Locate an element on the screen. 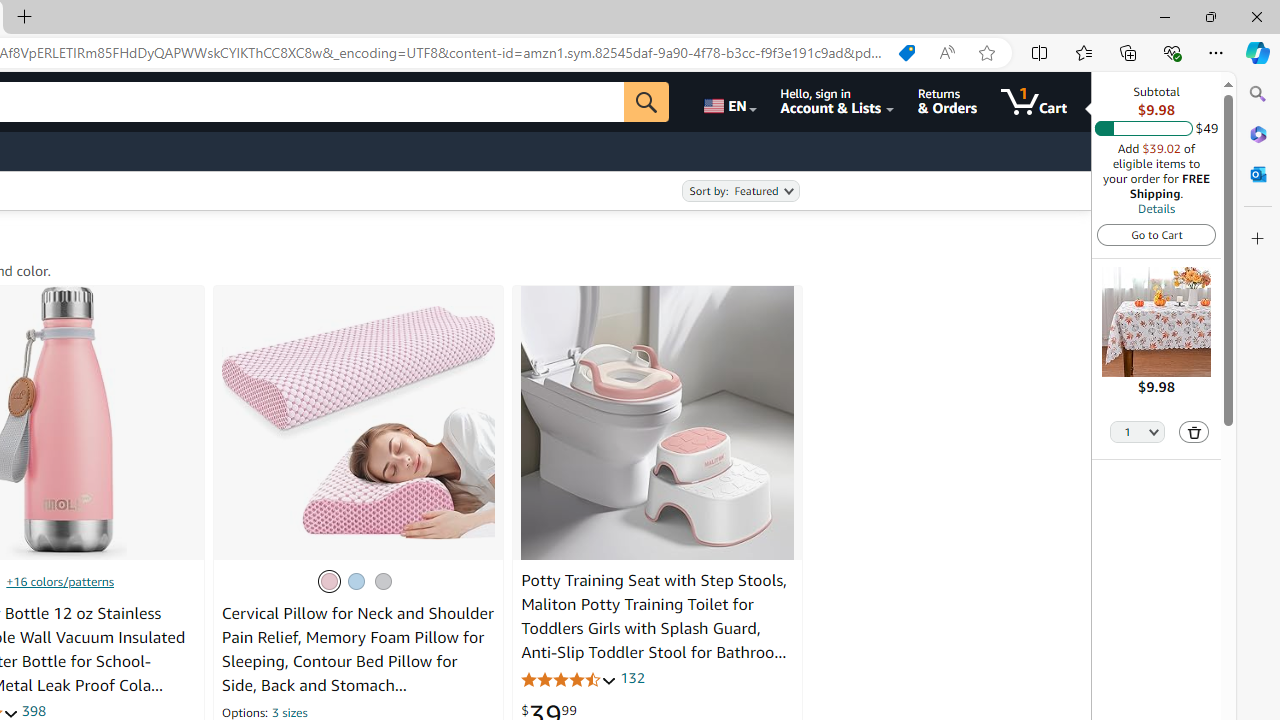 This screenshot has width=1280, height=720. '132' is located at coordinates (631, 677).